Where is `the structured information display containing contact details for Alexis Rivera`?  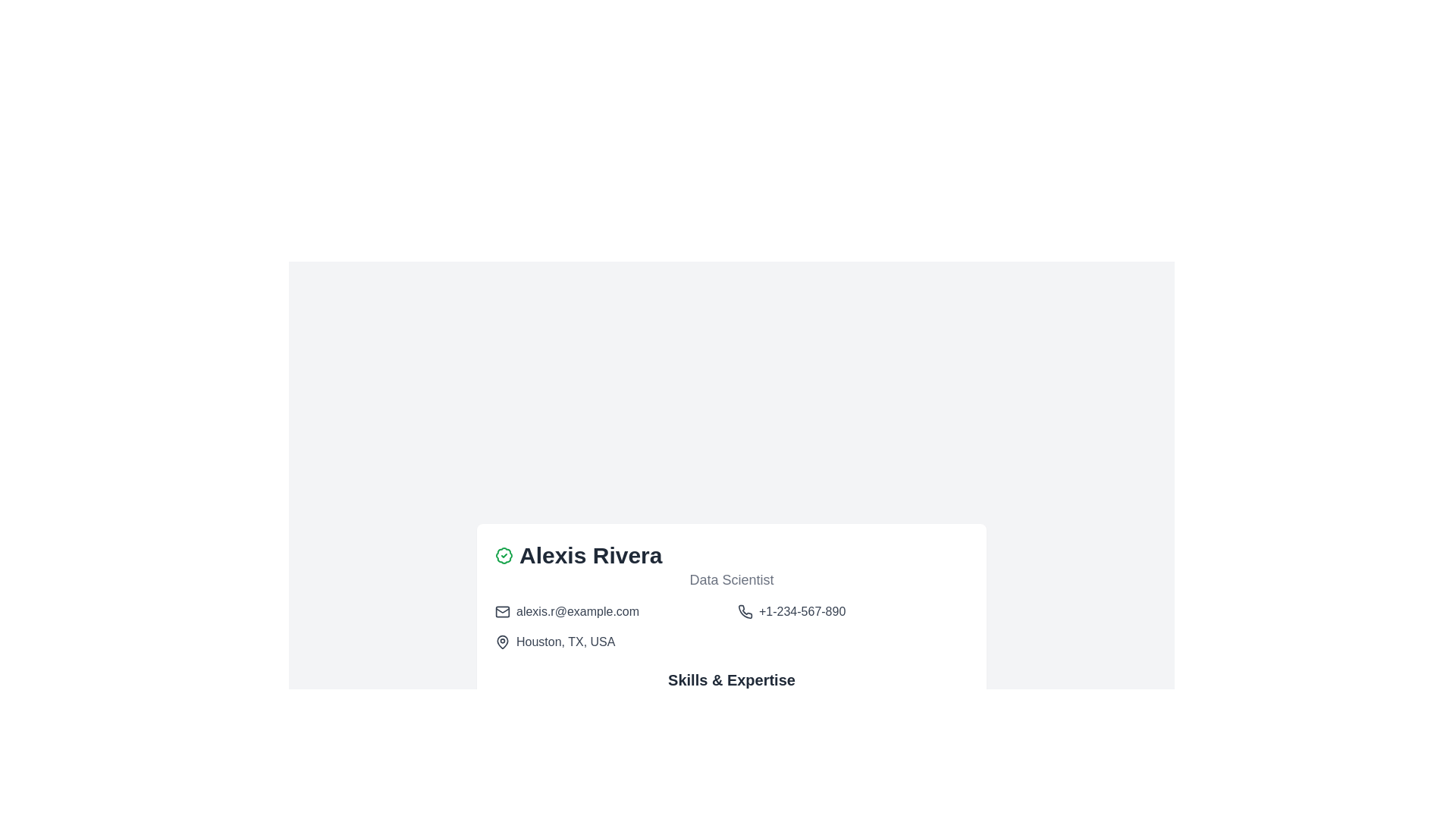 the structured information display containing contact details for Alexis Rivera is located at coordinates (731, 626).